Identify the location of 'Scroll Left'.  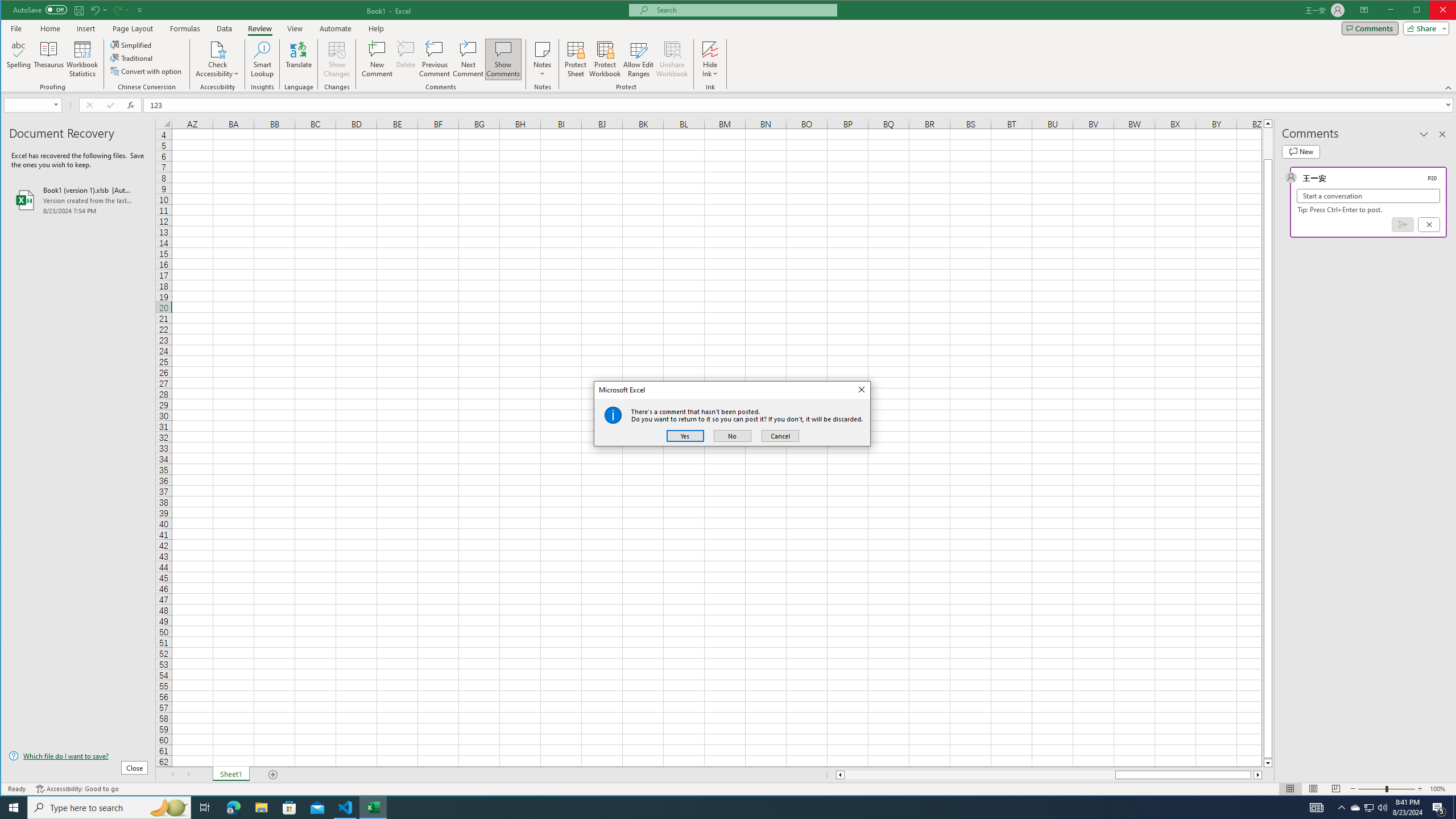
(172, 775).